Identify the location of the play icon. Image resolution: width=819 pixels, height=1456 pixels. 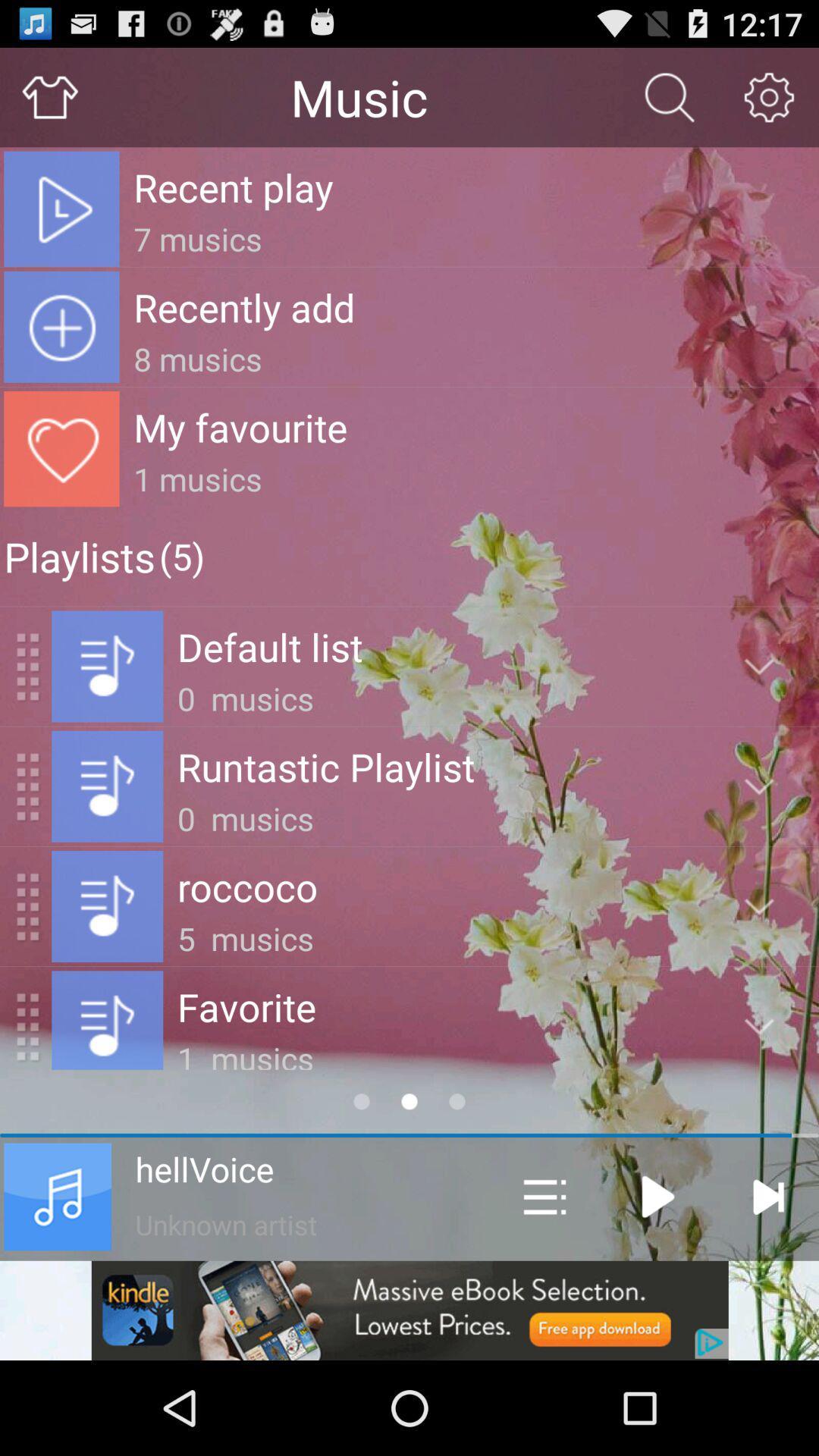
(657, 1280).